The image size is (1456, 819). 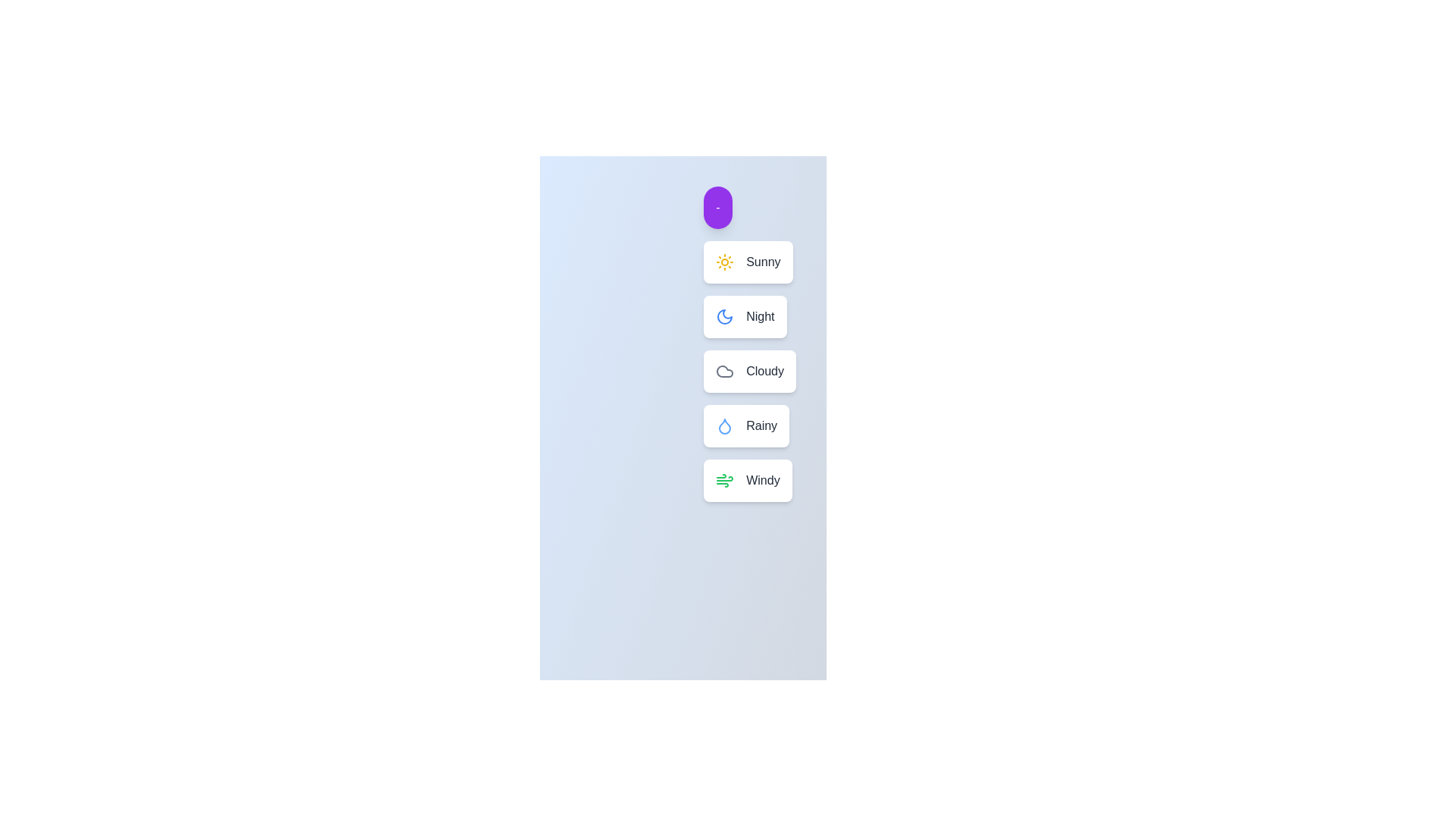 I want to click on the weather option Night by clicking on its corresponding button, so click(x=745, y=315).